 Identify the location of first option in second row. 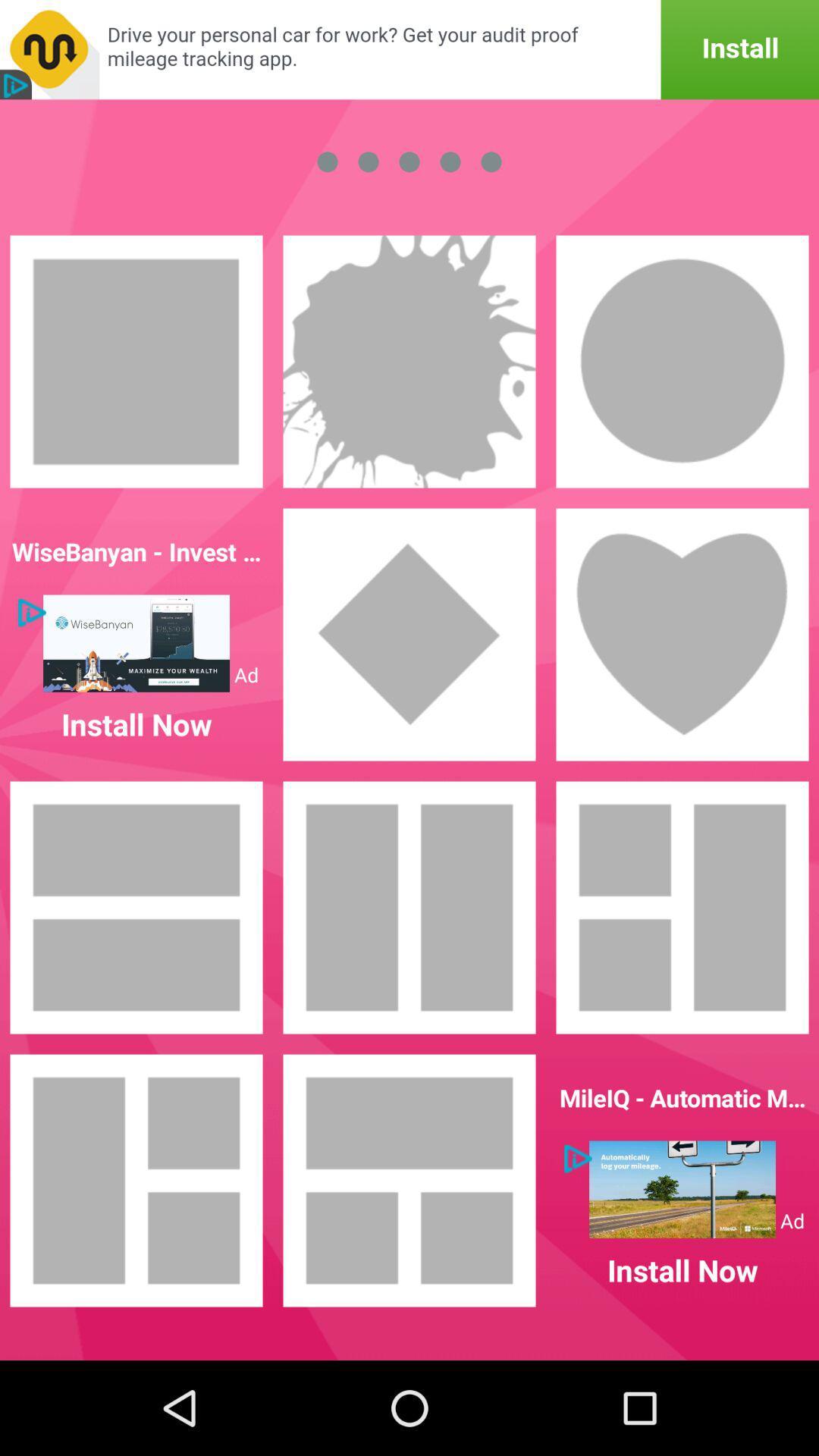
(136, 635).